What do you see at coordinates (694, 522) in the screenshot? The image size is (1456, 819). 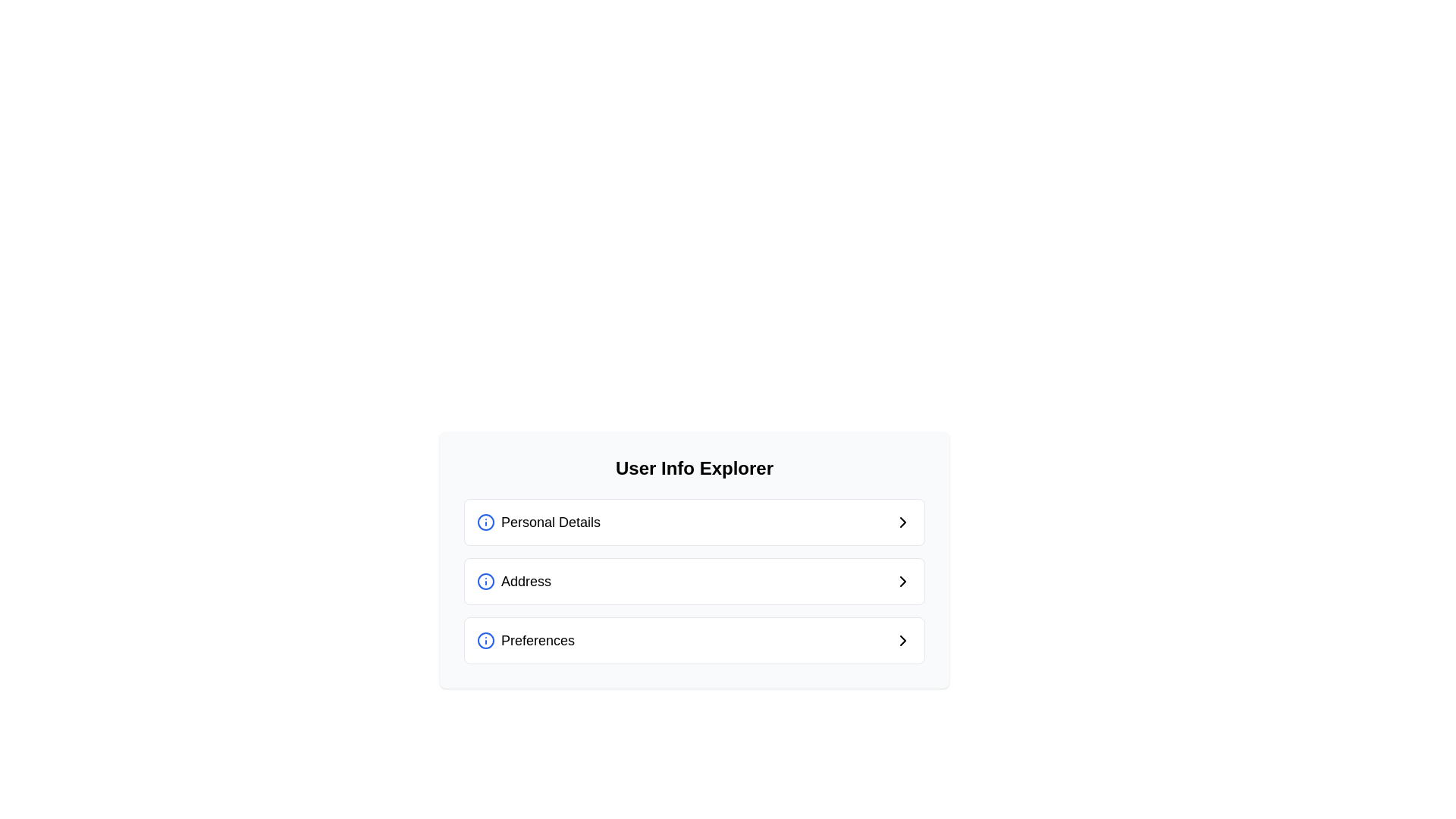 I see `the first selectable option in the menu for navigating to 'Personal Details'` at bounding box center [694, 522].